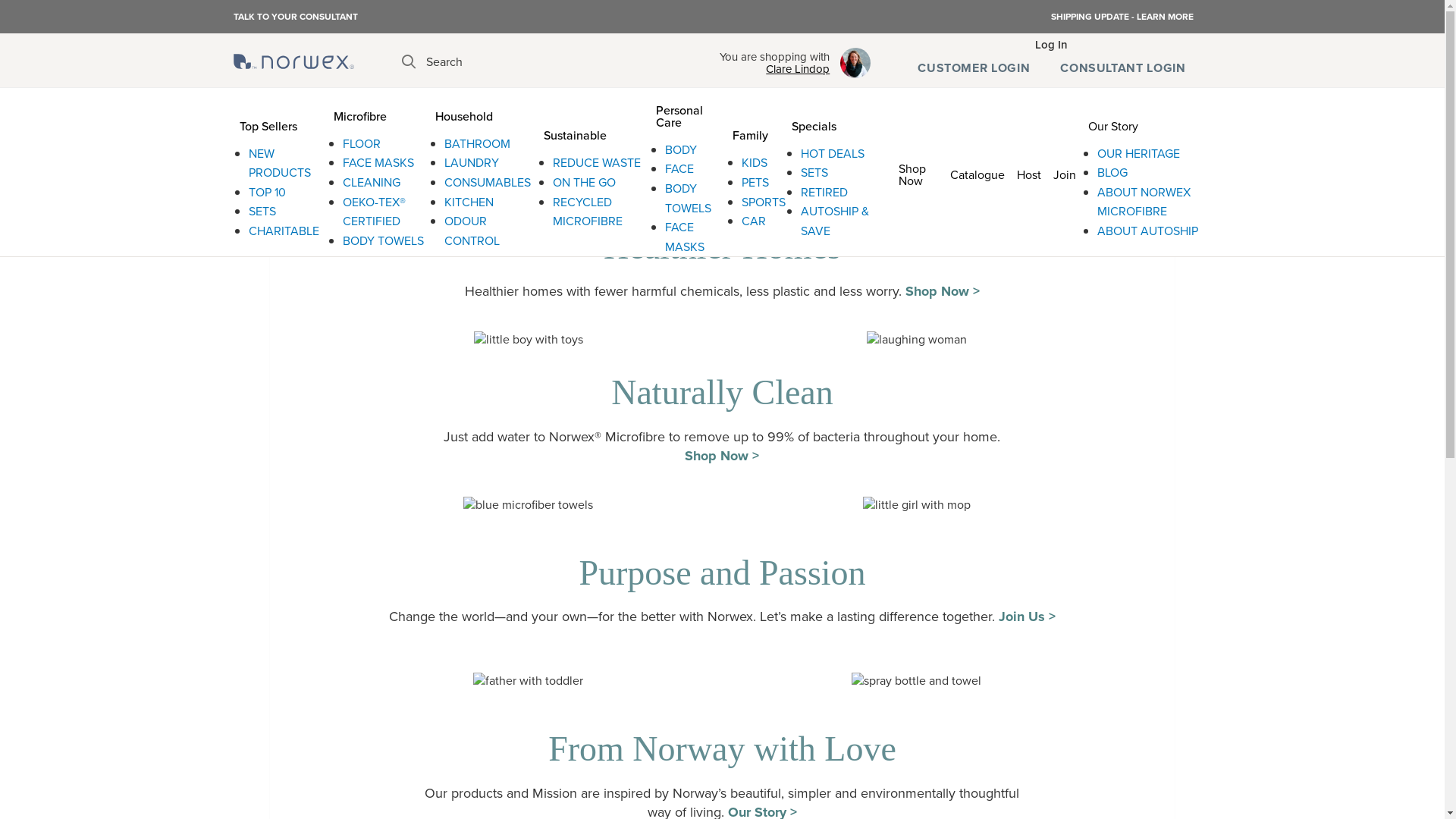  What do you see at coordinates (538, 132) in the screenshot?
I see `'Sustainable'` at bounding box center [538, 132].